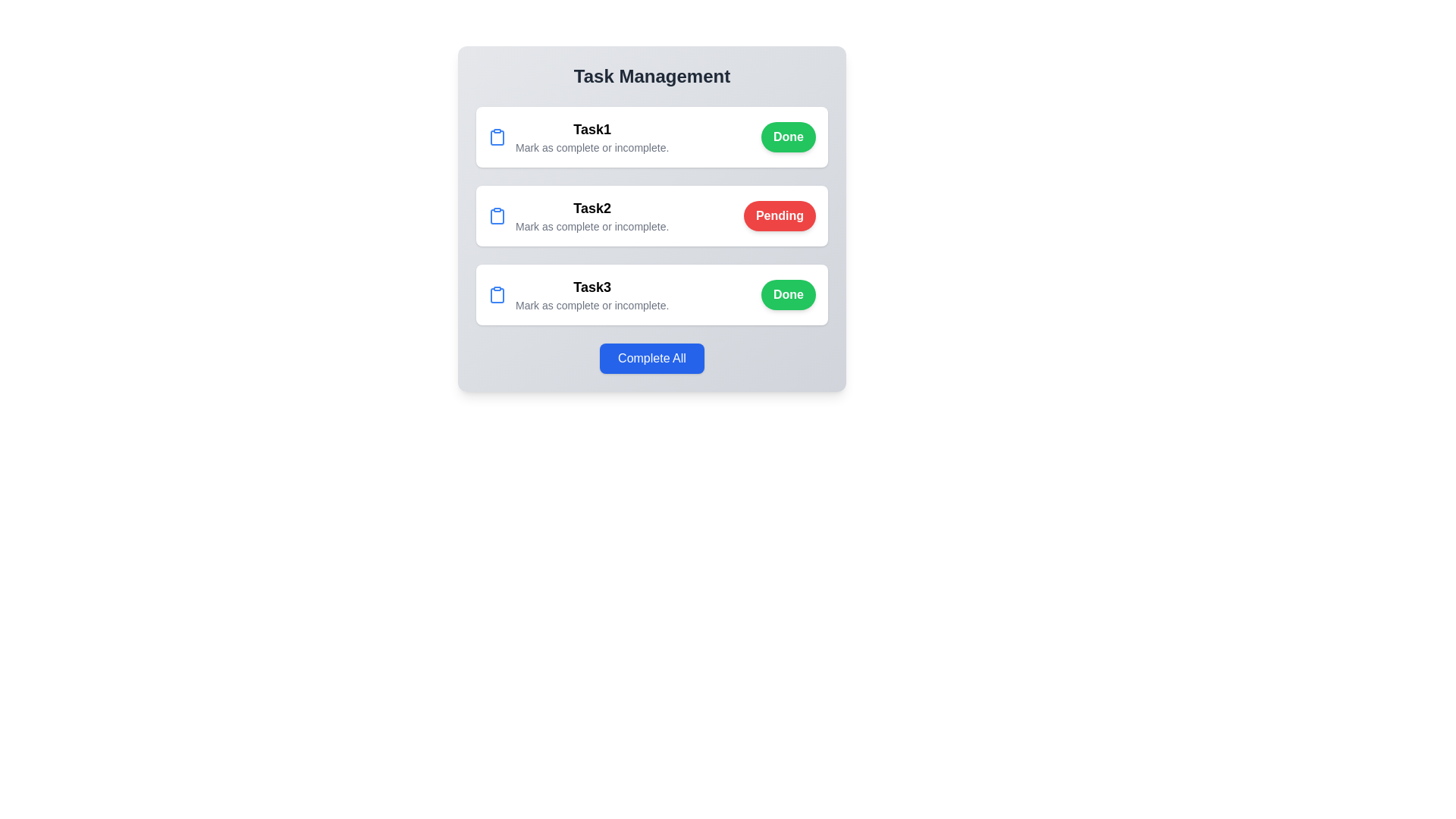 The width and height of the screenshot is (1456, 819). Describe the element at coordinates (651, 359) in the screenshot. I see `'Complete All' button to mark all tasks as complete` at that location.